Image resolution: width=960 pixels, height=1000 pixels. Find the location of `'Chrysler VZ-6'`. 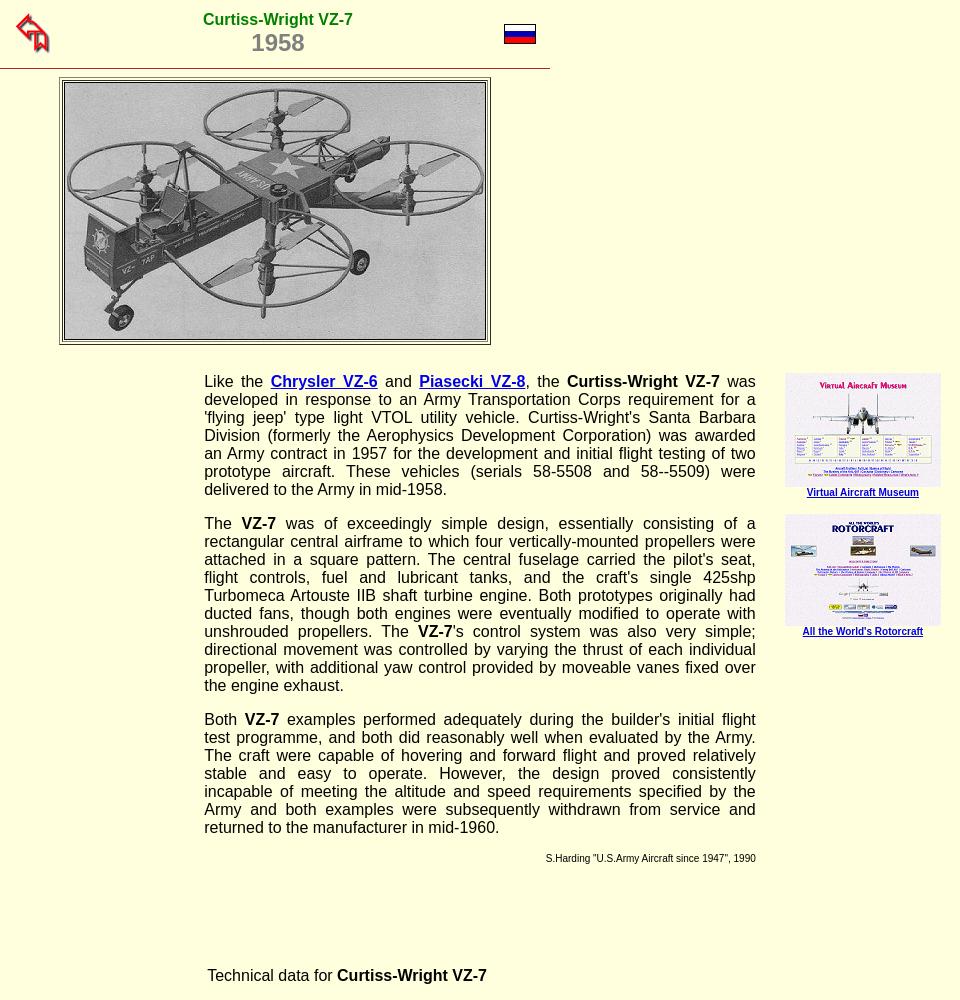

'Chrysler VZ-6' is located at coordinates (323, 381).